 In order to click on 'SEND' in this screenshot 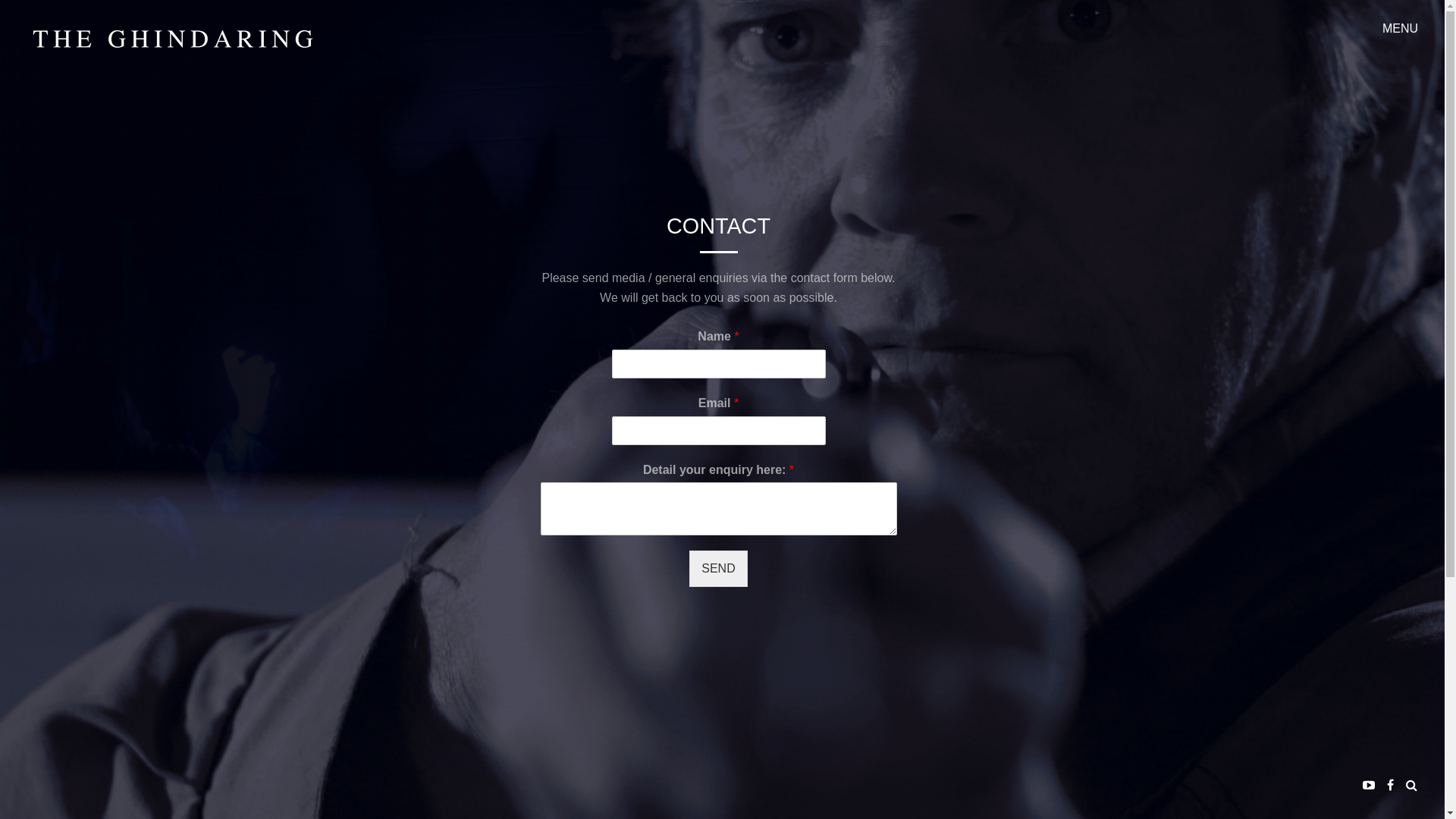, I will do `click(717, 568)`.